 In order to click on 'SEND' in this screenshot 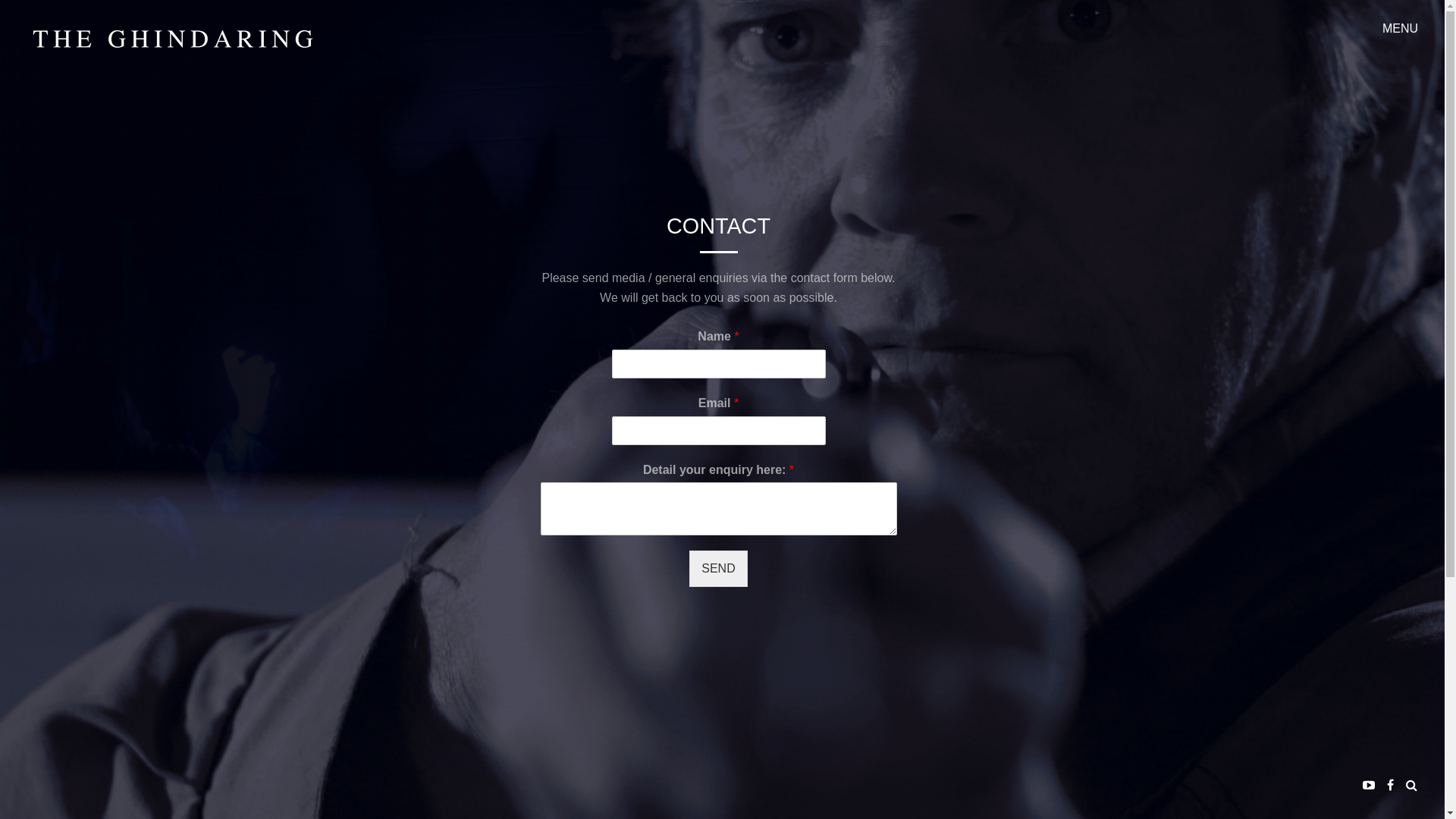, I will do `click(717, 568)`.